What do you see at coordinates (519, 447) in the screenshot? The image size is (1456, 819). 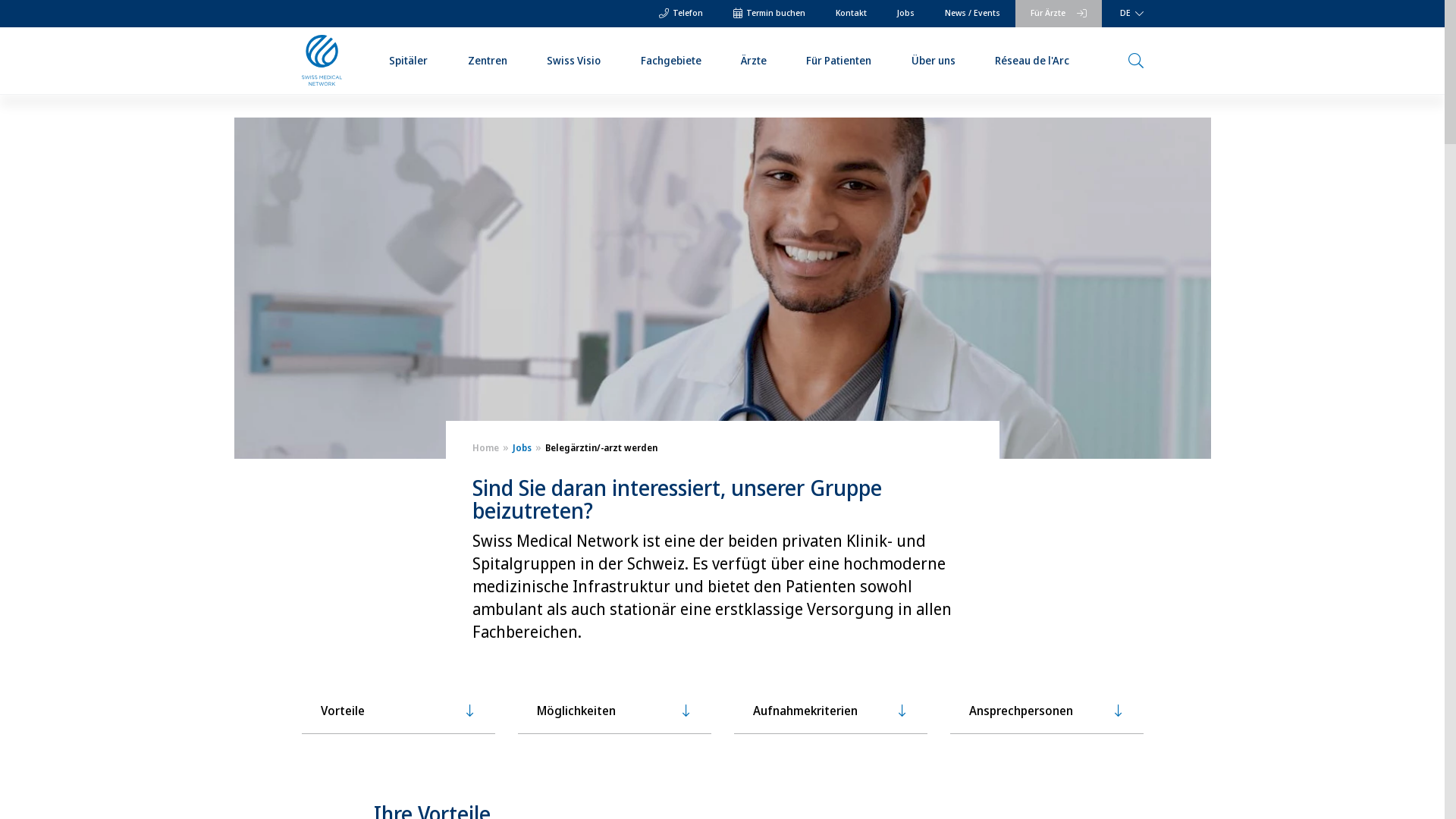 I see `'Jobs'` at bounding box center [519, 447].